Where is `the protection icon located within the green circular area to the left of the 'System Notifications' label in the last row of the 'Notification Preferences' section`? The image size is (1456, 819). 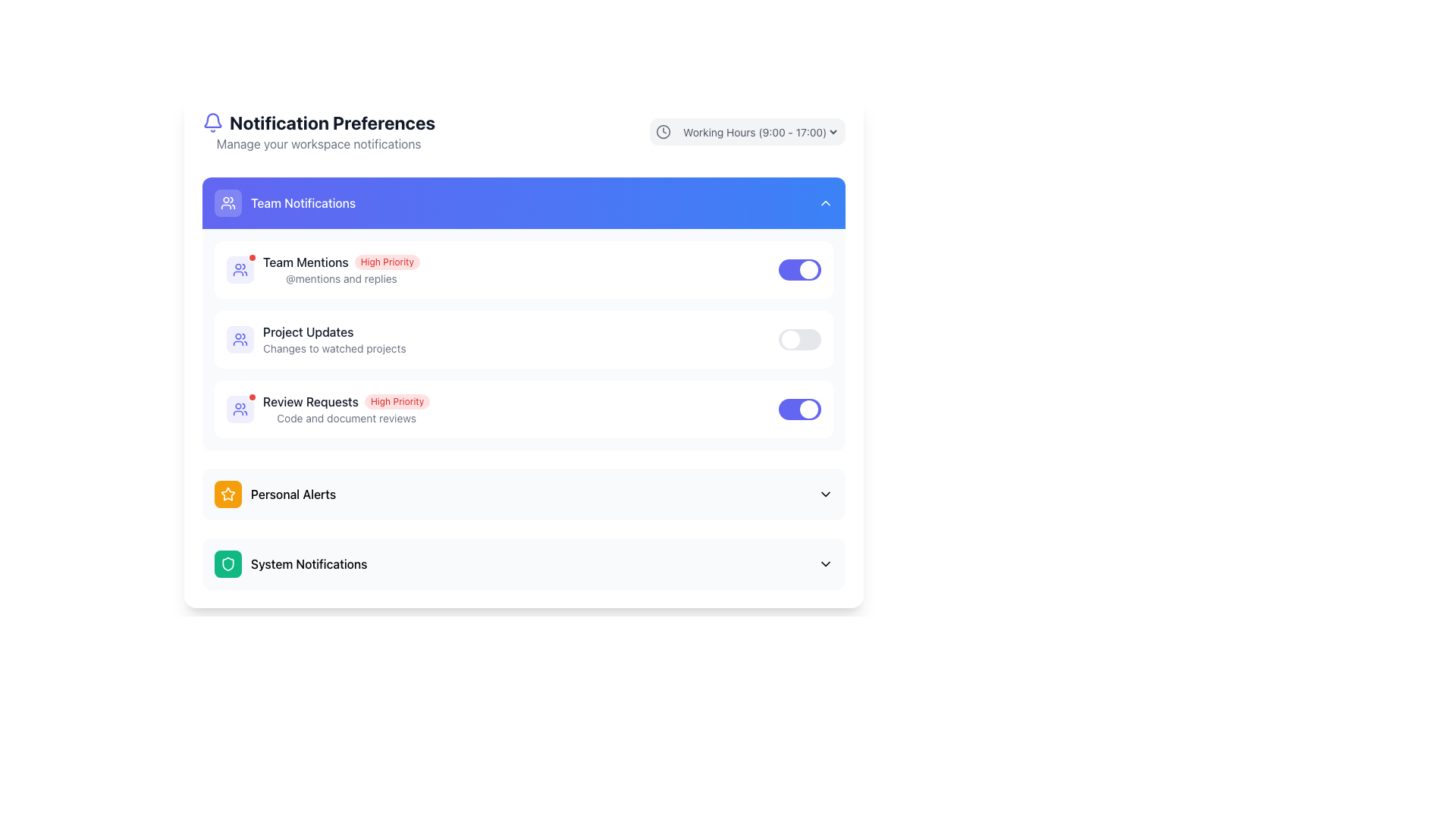
the protection icon located within the green circular area to the left of the 'System Notifications' label in the last row of the 'Notification Preferences' section is located at coordinates (227, 564).